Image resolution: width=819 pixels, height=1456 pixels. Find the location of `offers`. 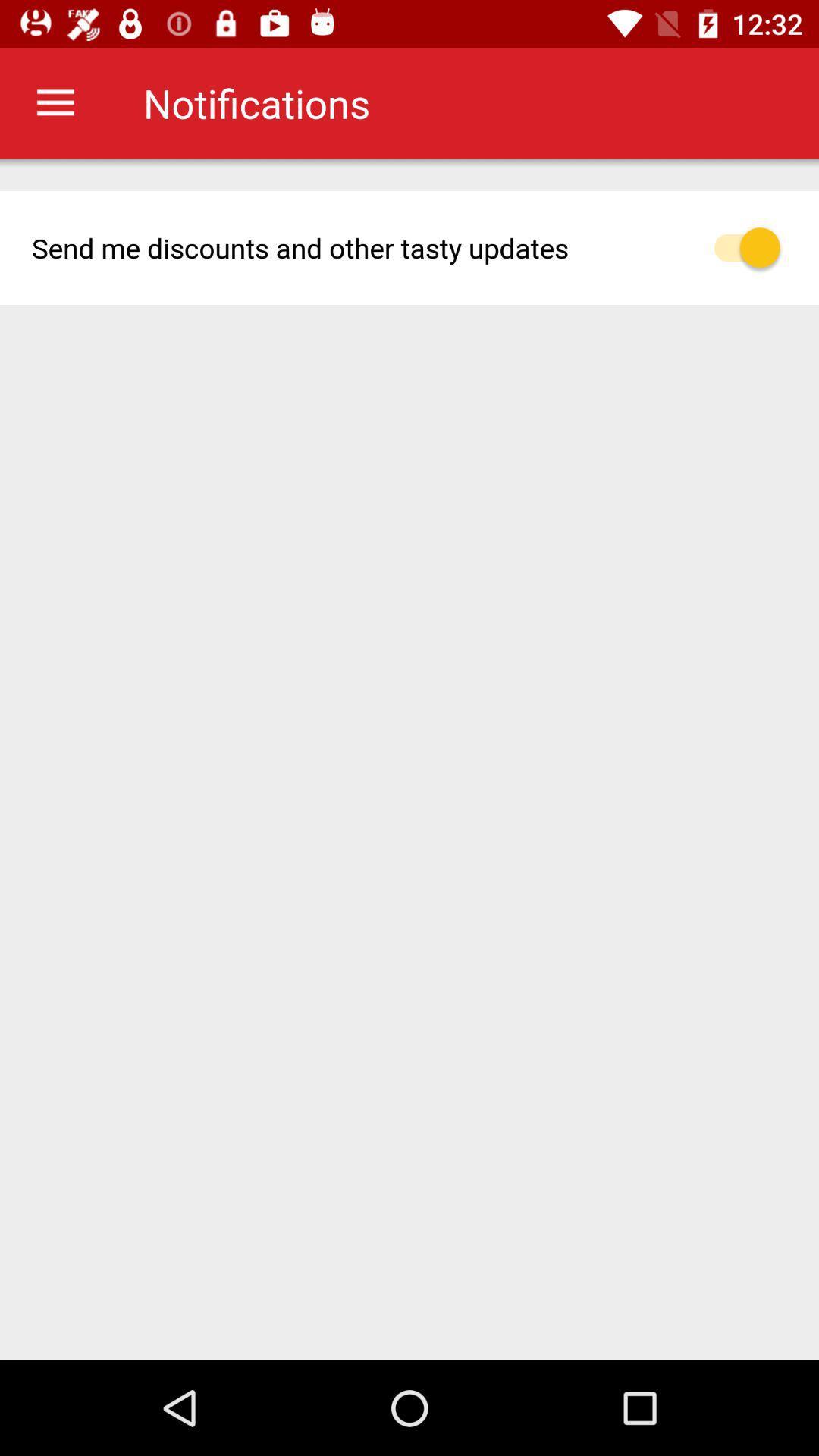

offers is located at coordinates (755, 247).